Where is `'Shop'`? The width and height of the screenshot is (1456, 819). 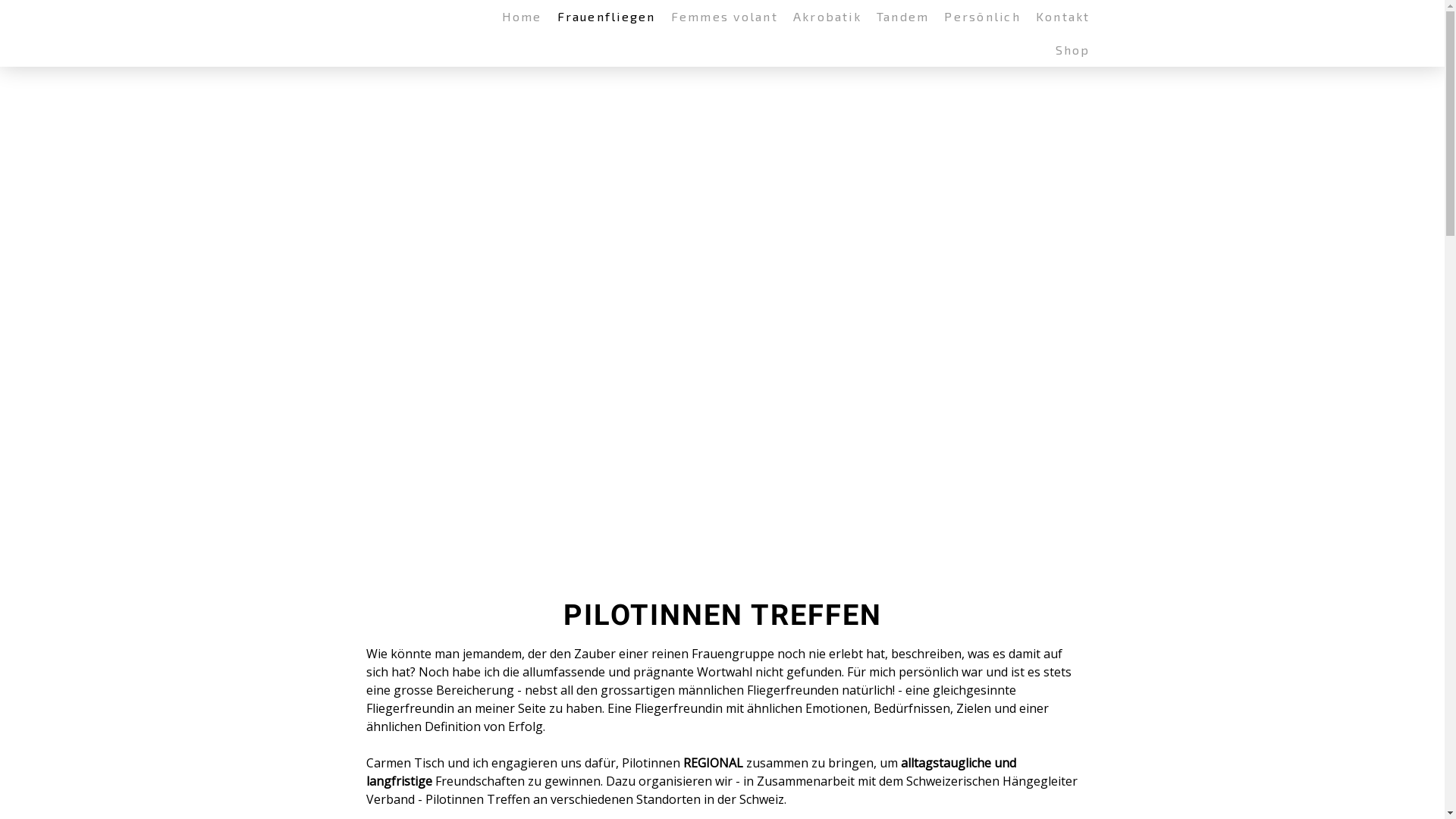 'Shop' is located at coordinates (1072, 49).